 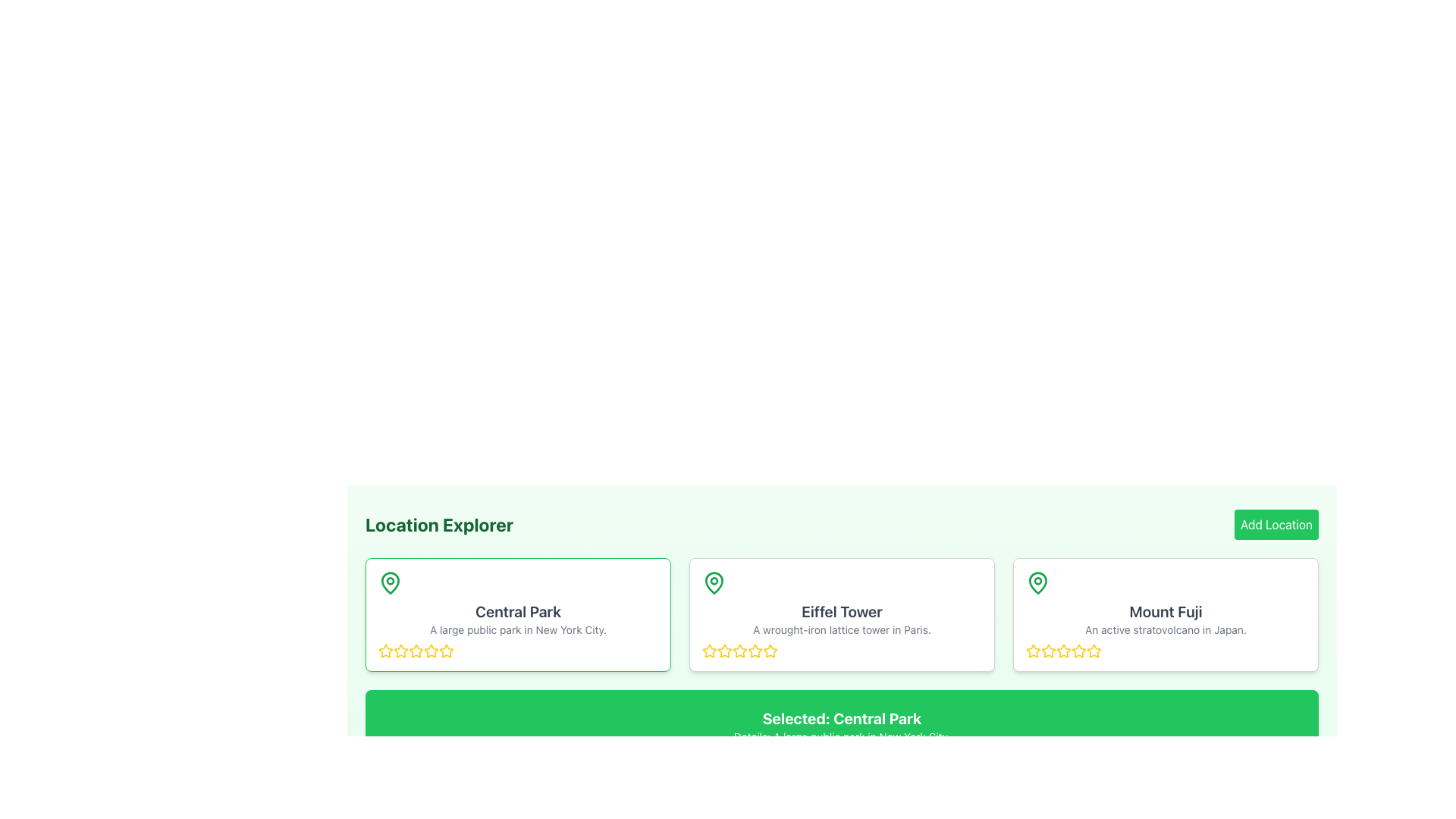 I want to click on the Rating Star Icon, which is a yellow outlined star-shaped icon located under the 'Mount Fuji' card, the third card in a horizontal list, so click(x=1033, y=651).